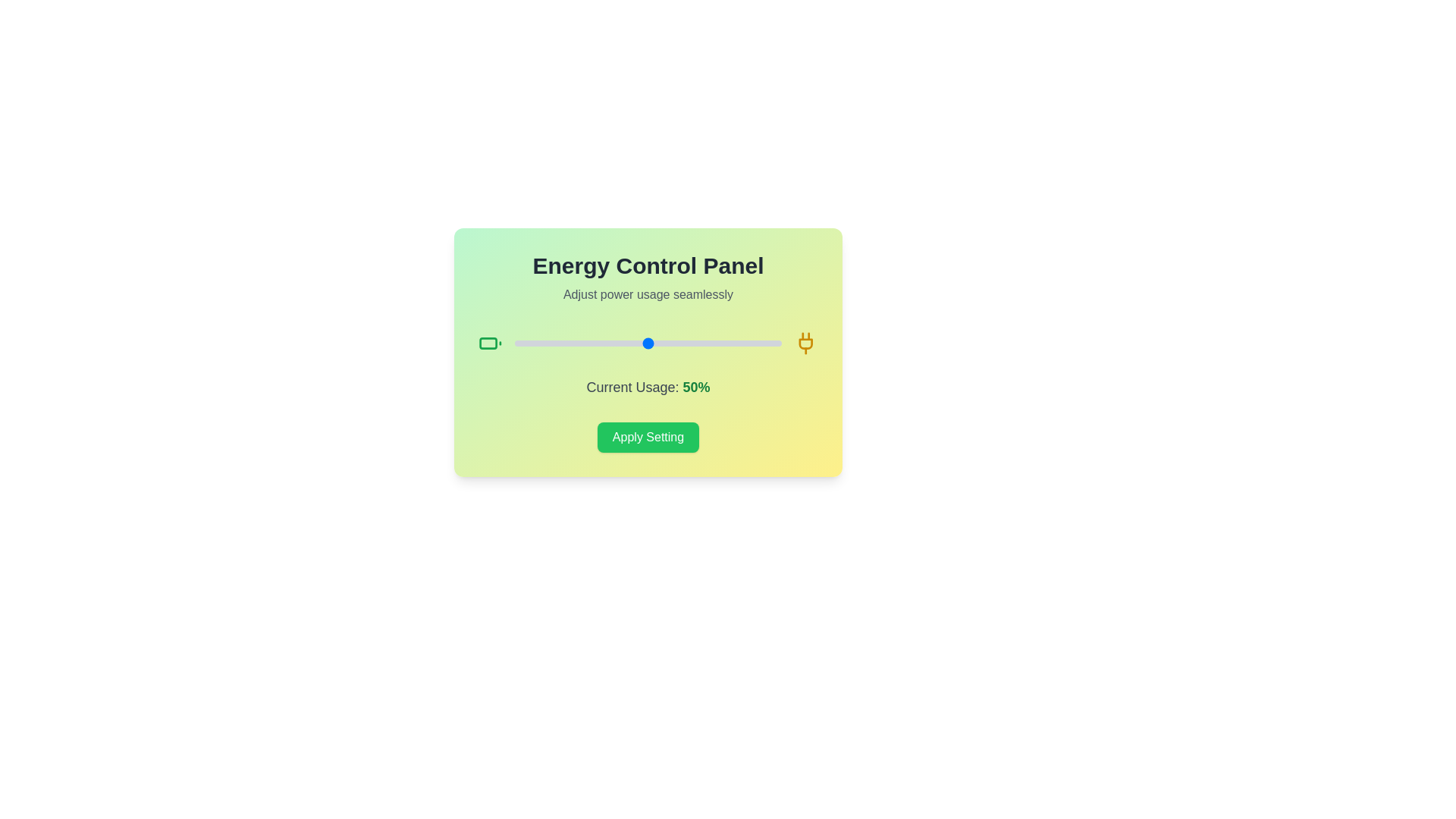  I want to click on the energy usage slider, so click(693, 343).